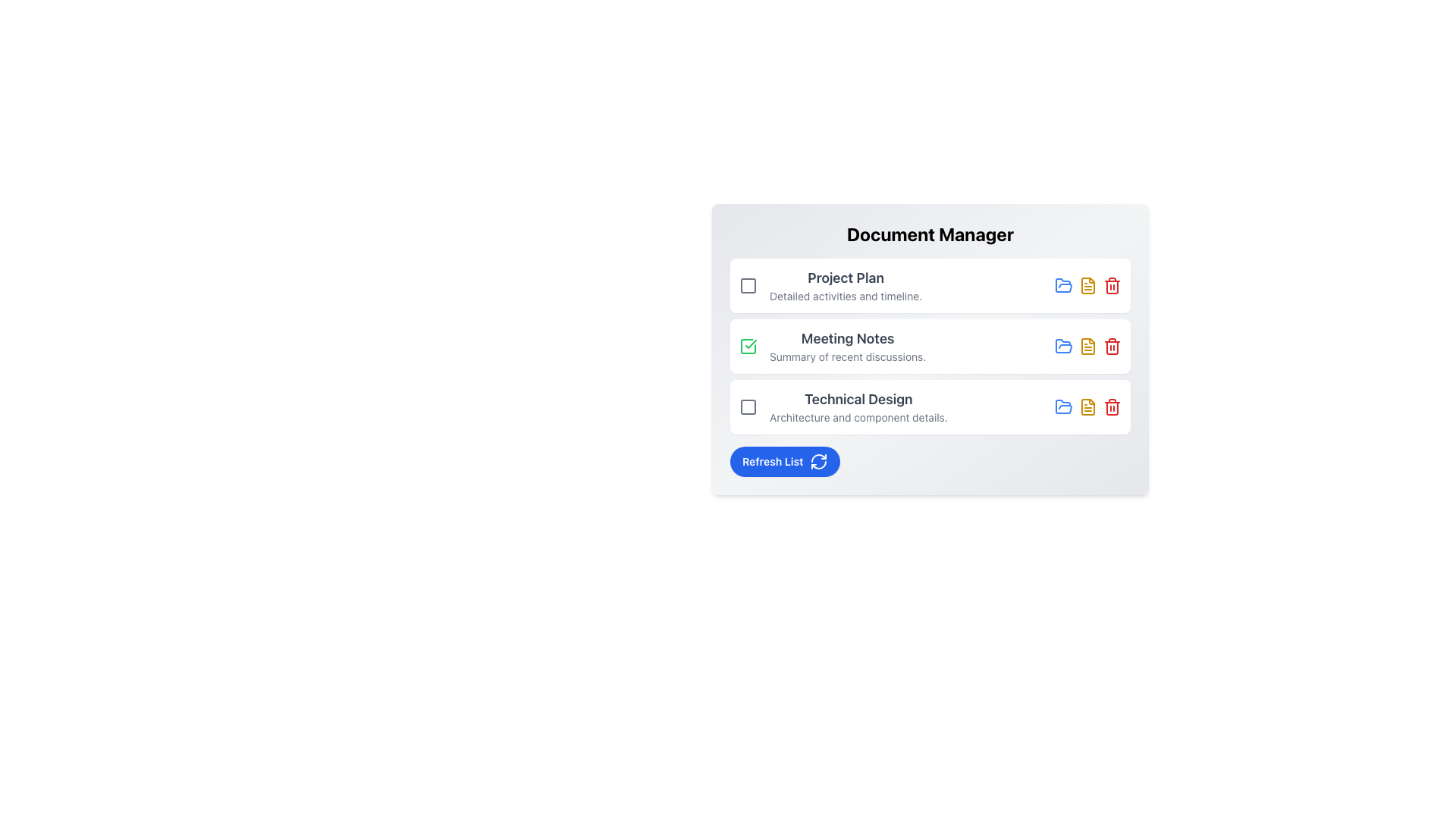 This screenshot has height=819, width=1456. I want to click on the non-descriptive visual indicator icon located to the left of the 'Project Plan' text, so click(748, 286).